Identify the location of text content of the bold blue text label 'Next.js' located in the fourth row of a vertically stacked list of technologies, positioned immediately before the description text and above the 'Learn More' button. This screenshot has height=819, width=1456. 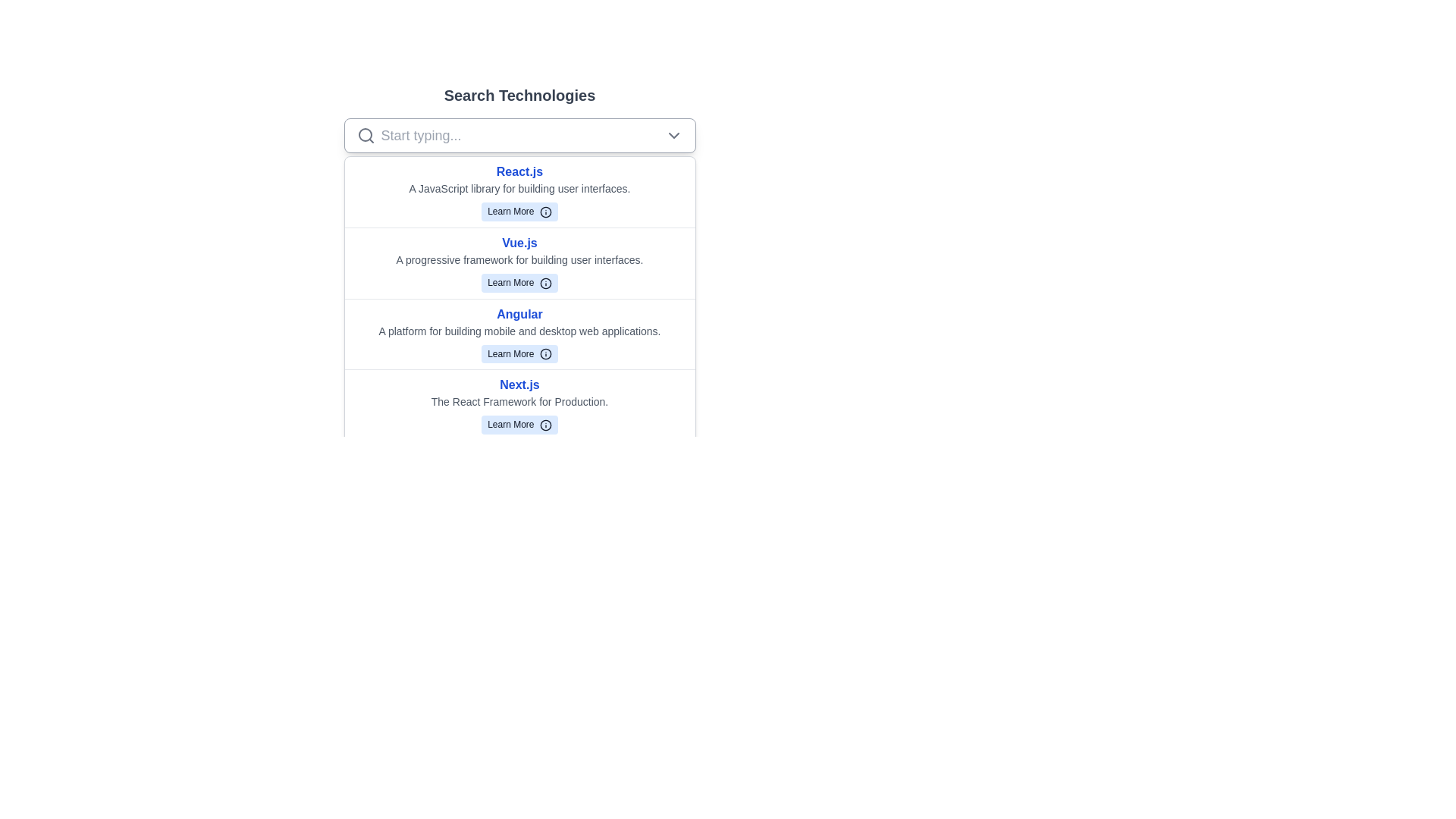
(519, 384).